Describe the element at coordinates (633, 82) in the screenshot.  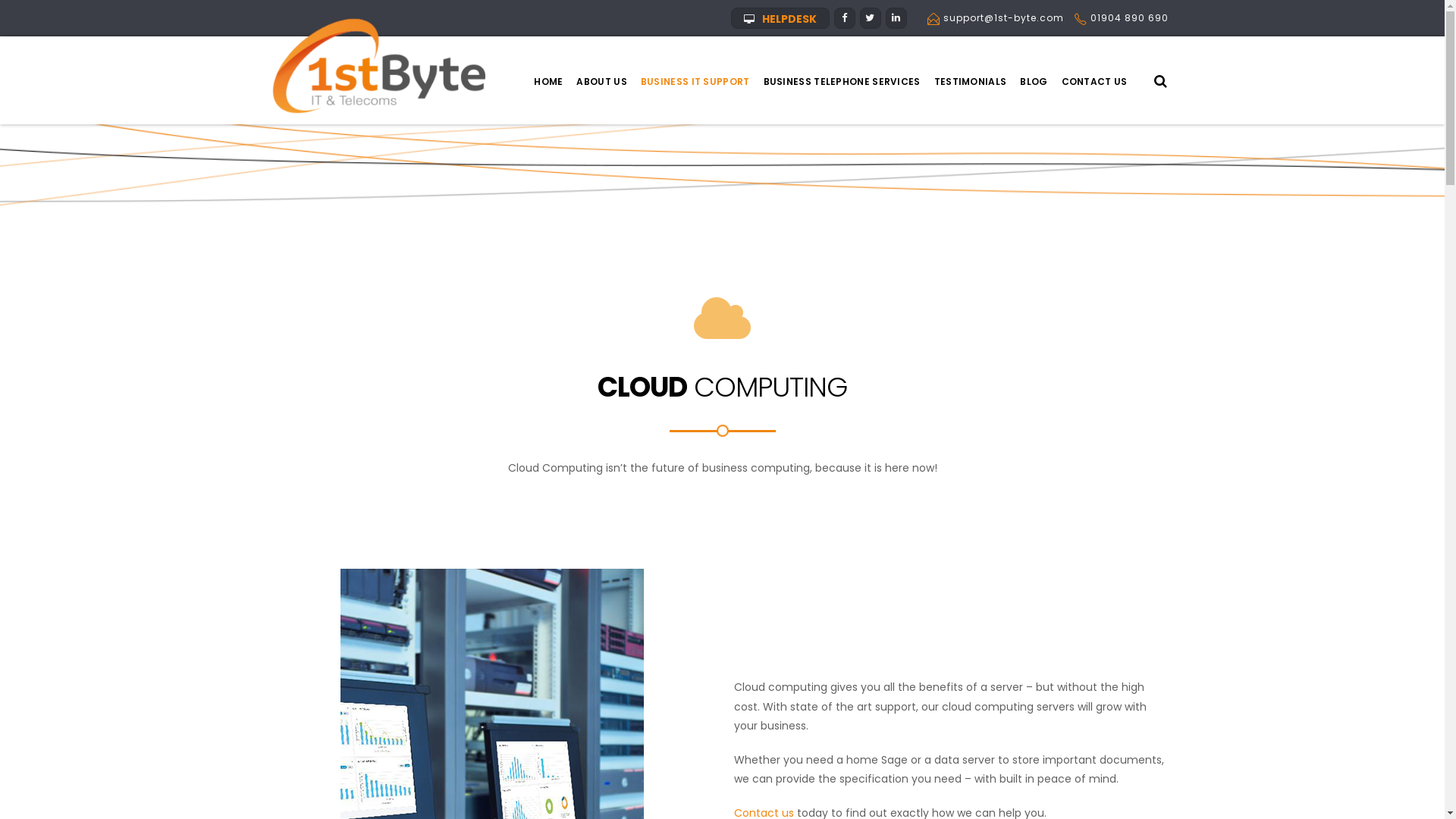
I see `'BUSINESS IT SUPPORT'` at that location.